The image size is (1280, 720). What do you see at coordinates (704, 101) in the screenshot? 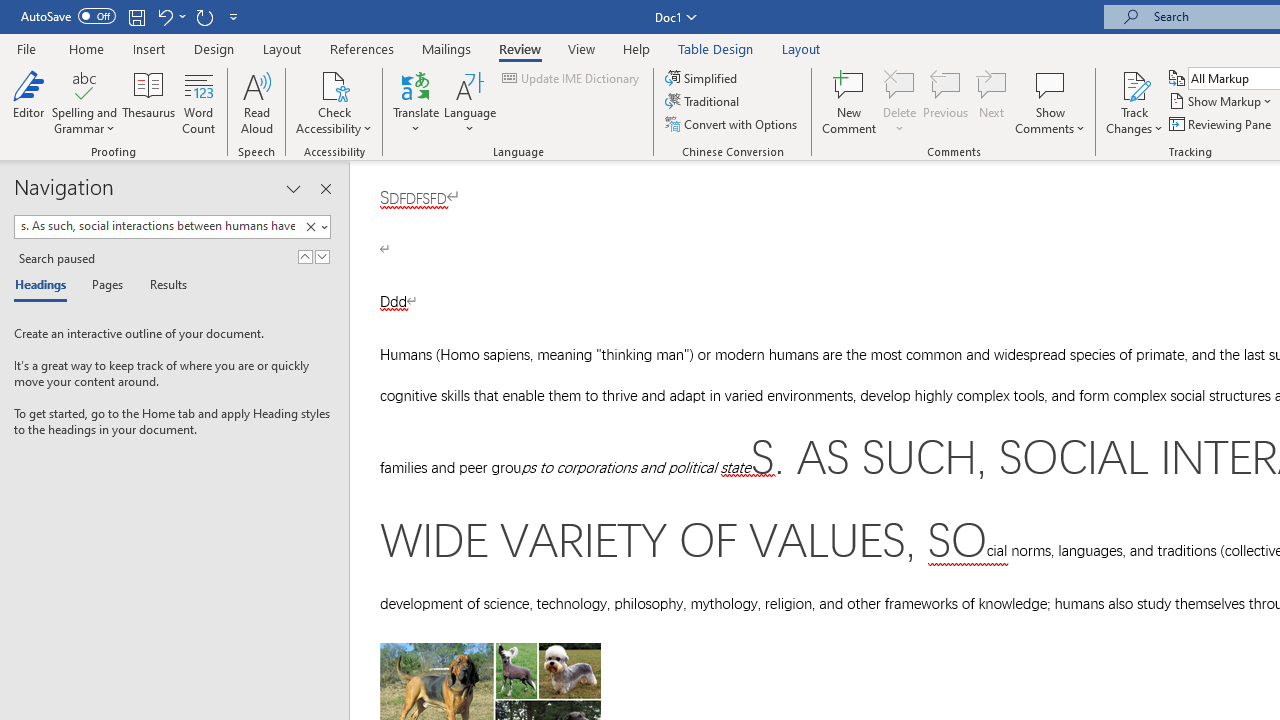
I see `'Traditional'` at bounding box center [704, 101].